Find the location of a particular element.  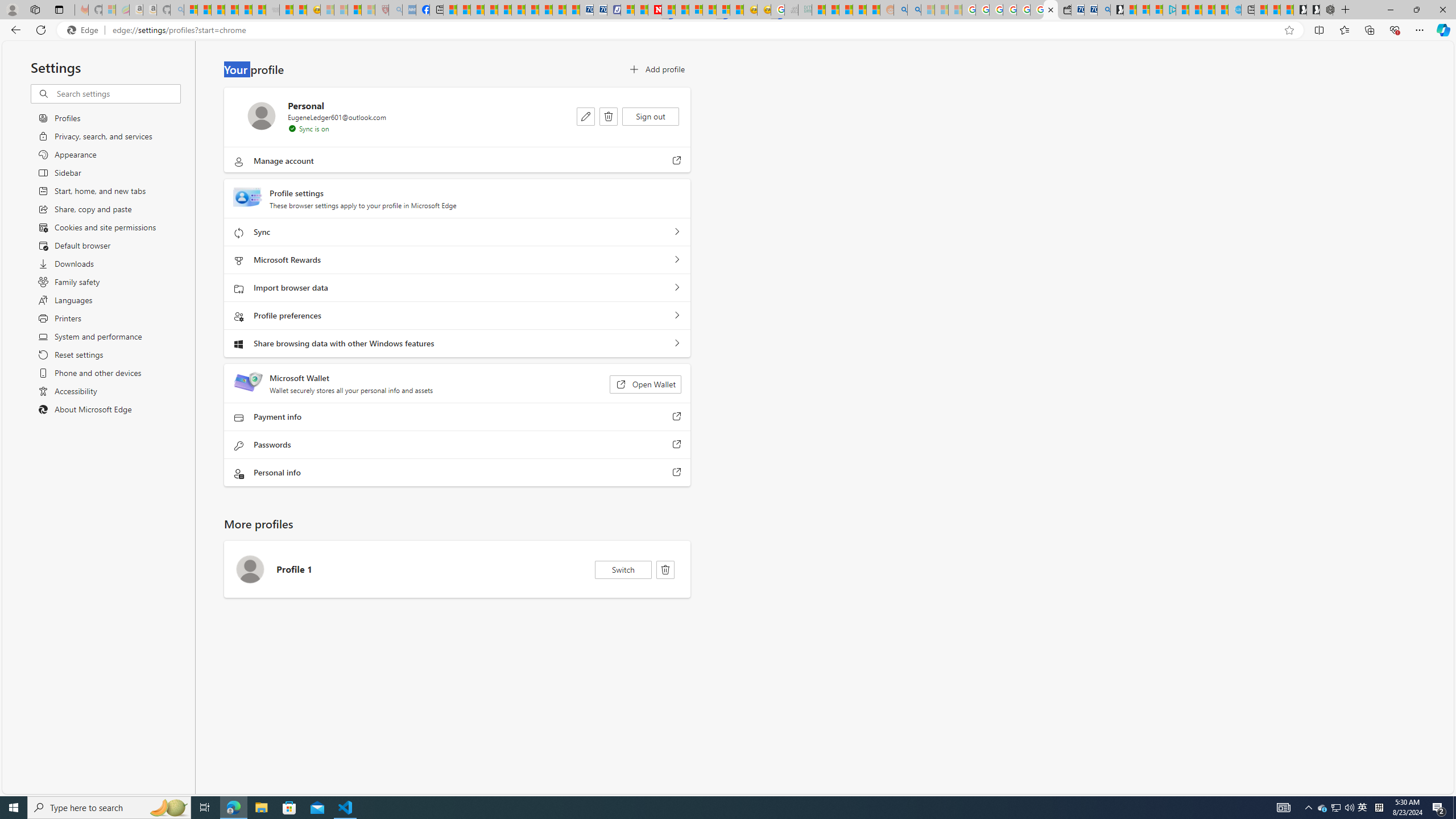

'World - MSN' is located at coordinates (477, 9).